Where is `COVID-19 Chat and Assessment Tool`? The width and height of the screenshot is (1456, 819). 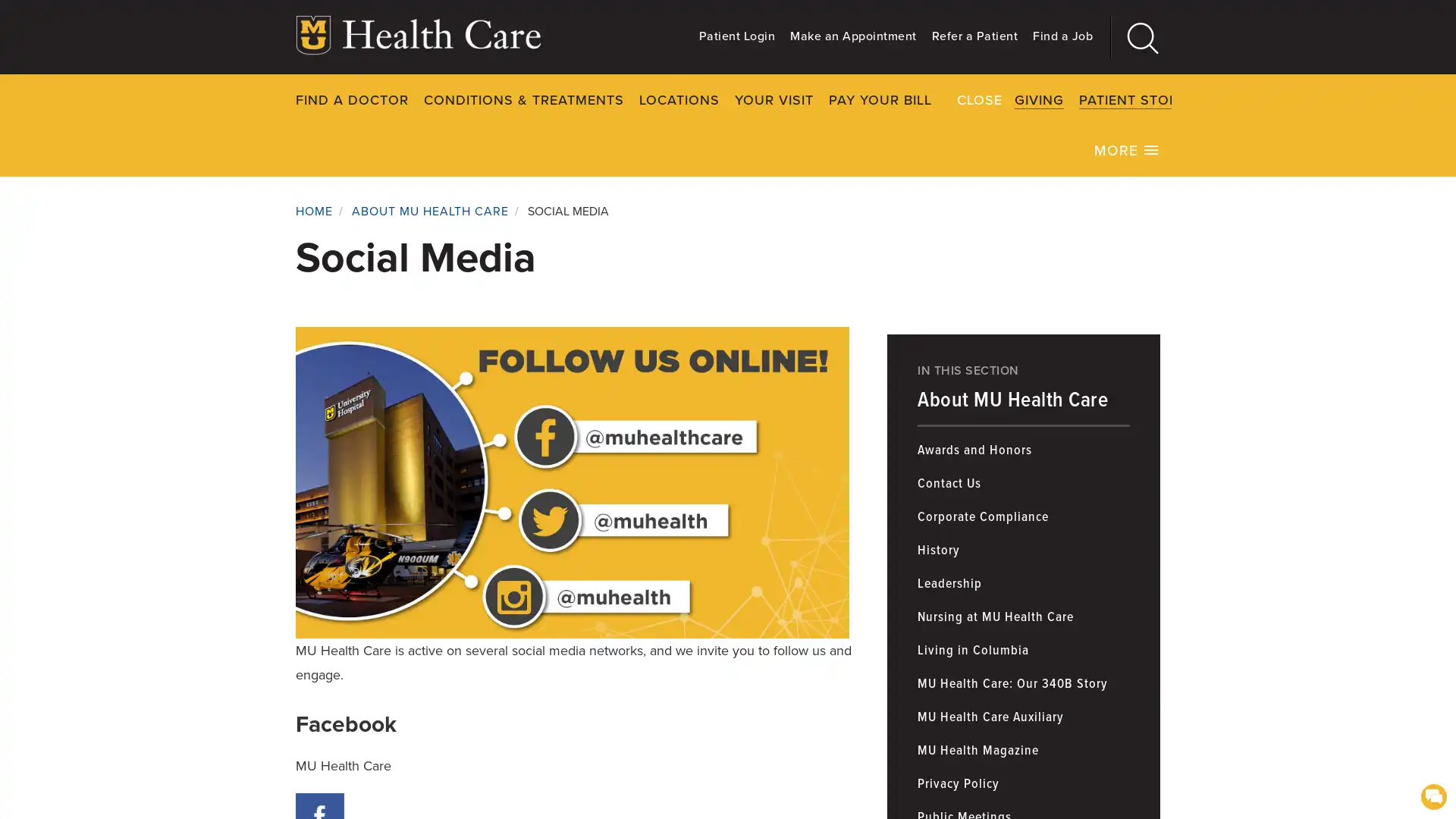 COVID-19 Chat and Assessment Tool is located at coordinates (1432, 795).